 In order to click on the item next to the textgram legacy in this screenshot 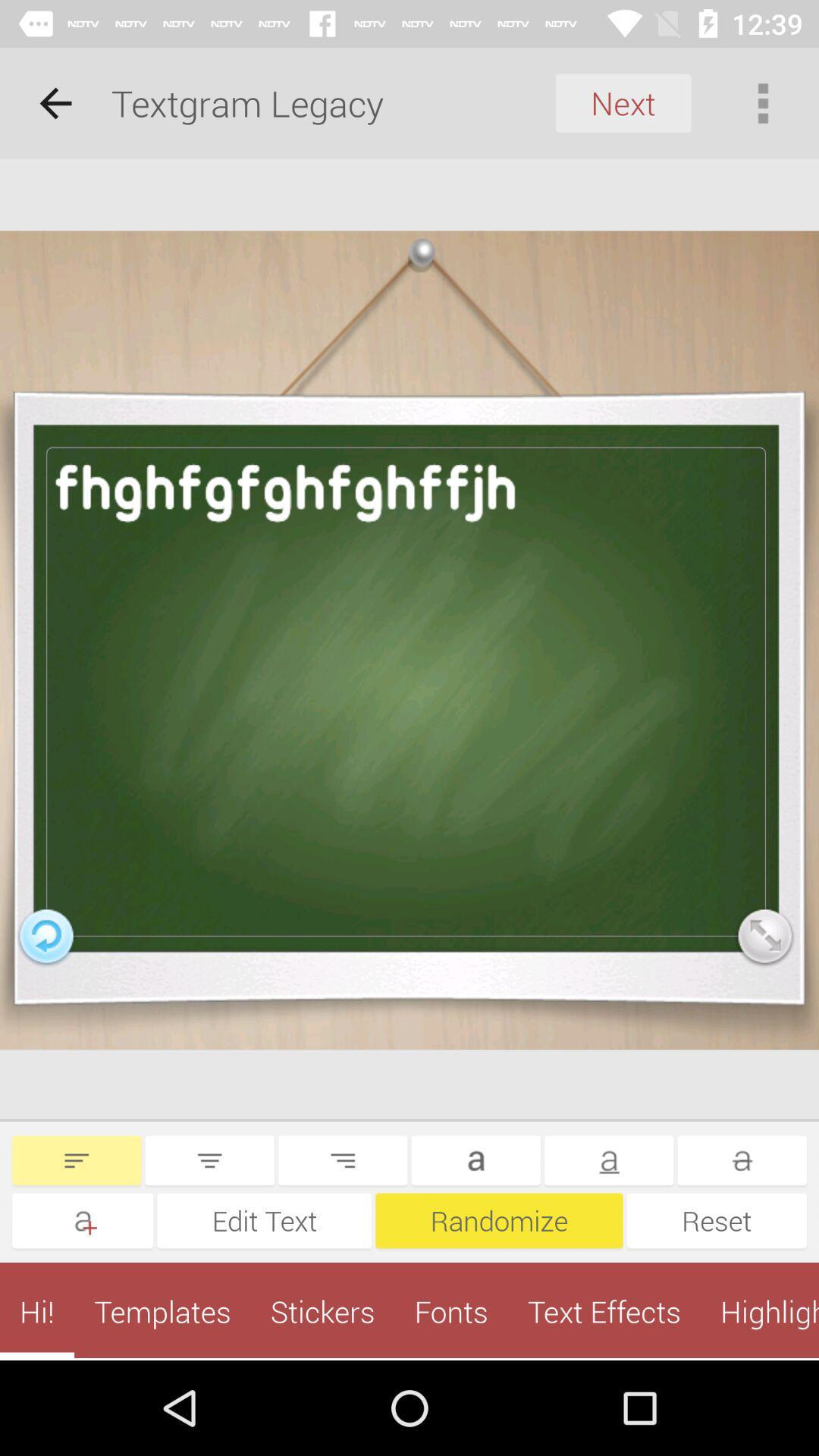, I will do `click(623, 102)`.